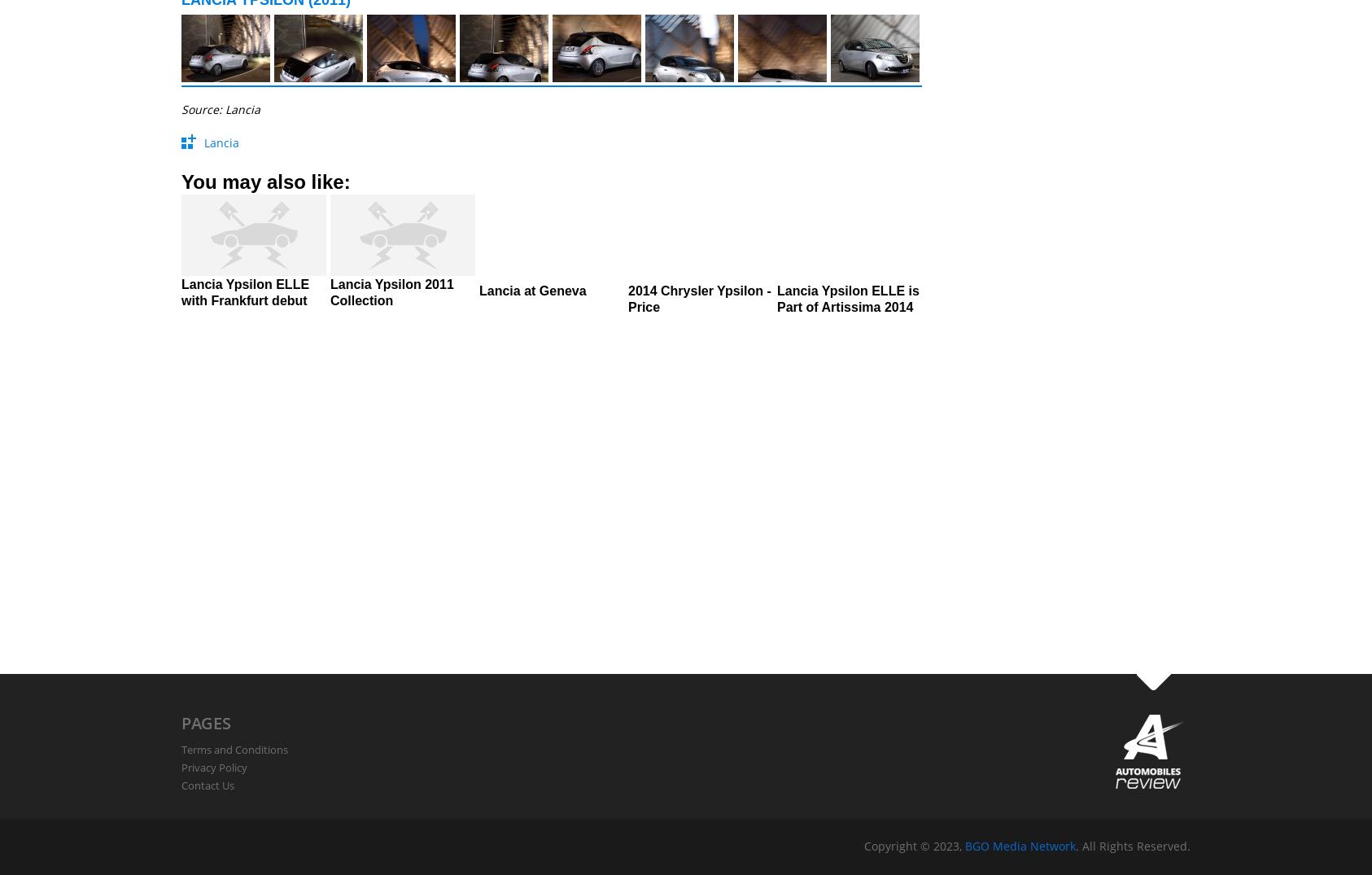 The width and height of the screenshot is (1372, 875). I want to click on '2014 Chrysler Ypsilon - Price', so click(628, 299).